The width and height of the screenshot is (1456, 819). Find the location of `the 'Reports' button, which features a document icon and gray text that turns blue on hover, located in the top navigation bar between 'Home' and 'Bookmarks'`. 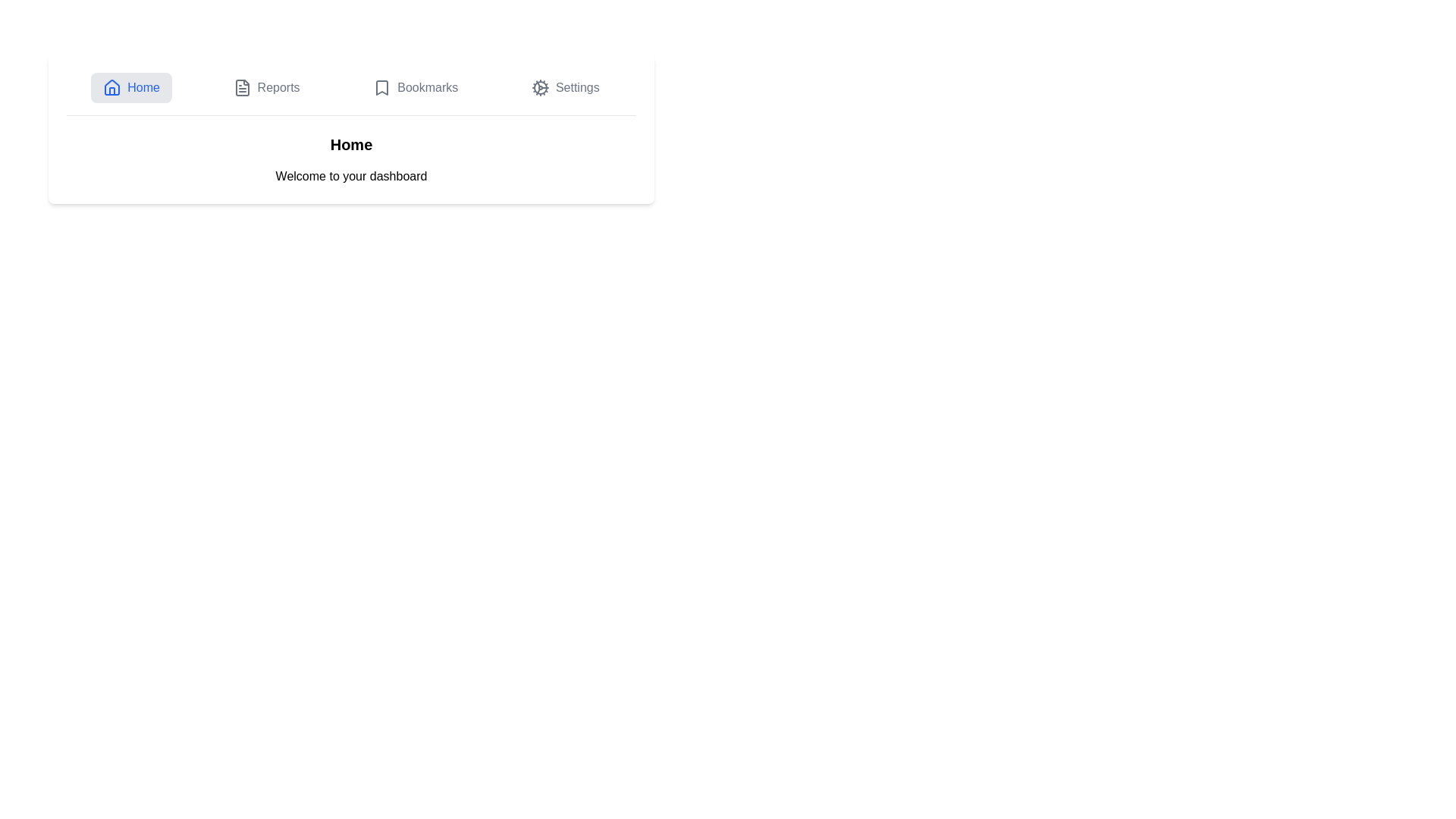

the 'Reports' button, which features a document icon and gray text that turns blue on hover, located in the top navigation bar between 'Home' and 'Bookmarks' is located at coordinates (266, 87).